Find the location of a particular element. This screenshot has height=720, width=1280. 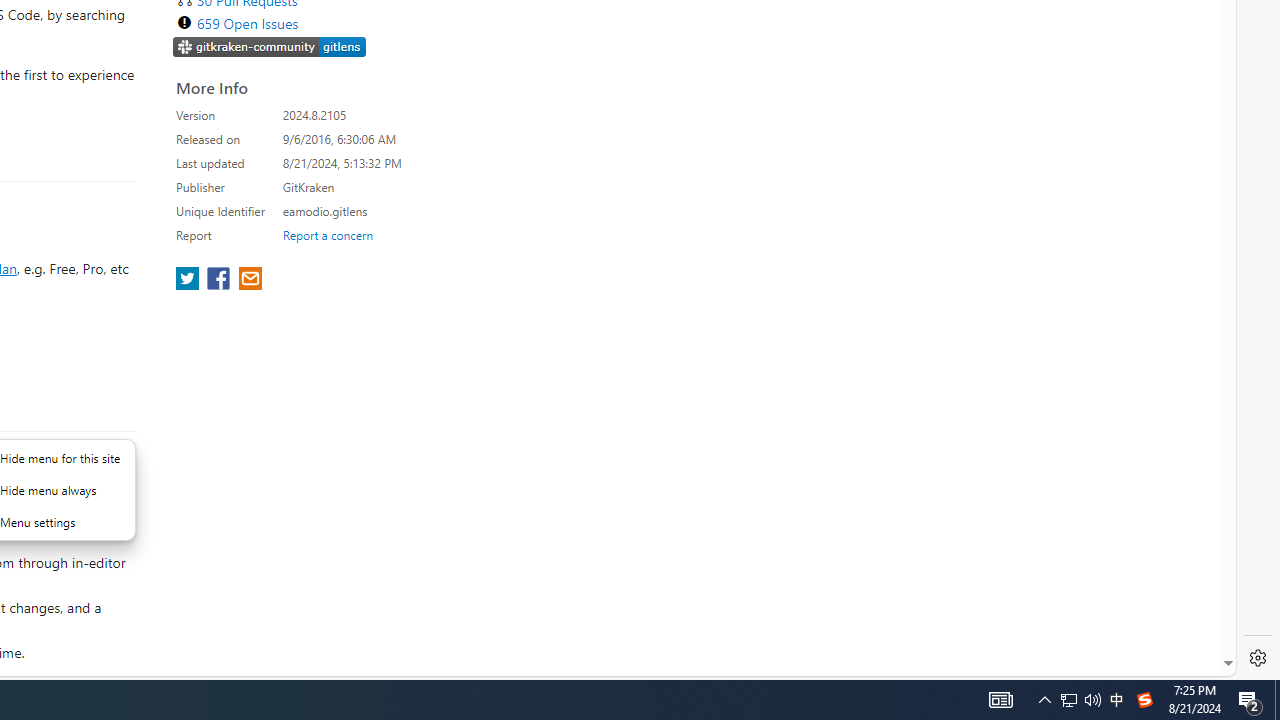

'share extension on twitter' is located at coordinates (190, 280).